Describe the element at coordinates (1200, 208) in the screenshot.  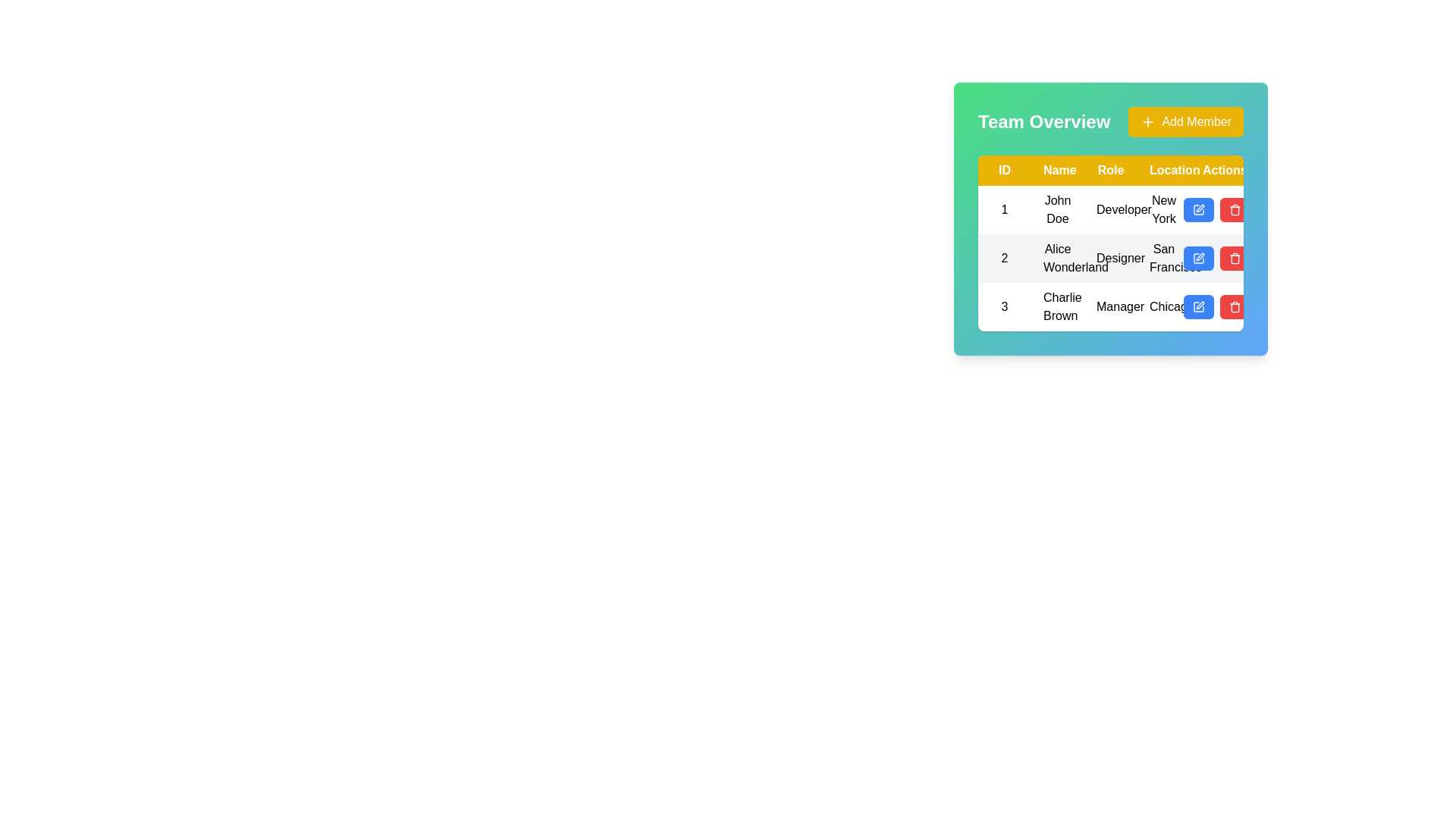
I see `the blue edit icon button in the Actions column of the second row for the team member 'Alice Wonderland'` at that location.